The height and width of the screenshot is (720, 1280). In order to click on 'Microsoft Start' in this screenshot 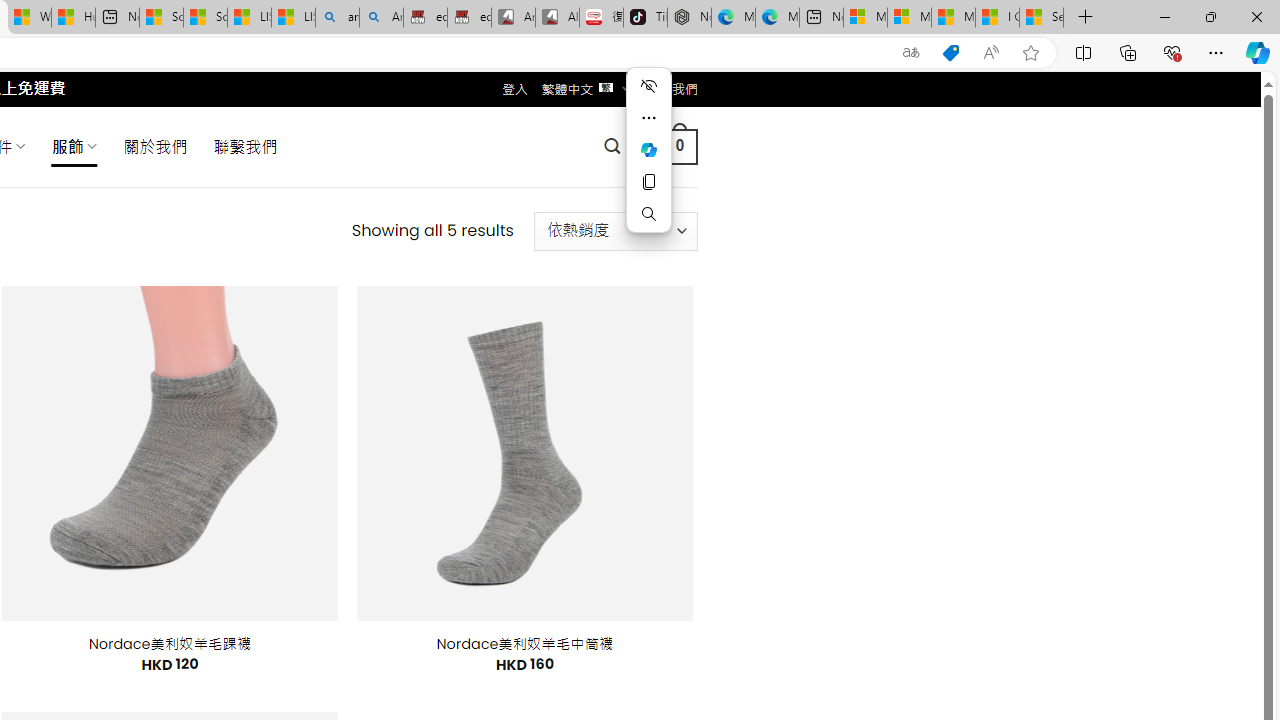, I will do `click(952, 17)`.